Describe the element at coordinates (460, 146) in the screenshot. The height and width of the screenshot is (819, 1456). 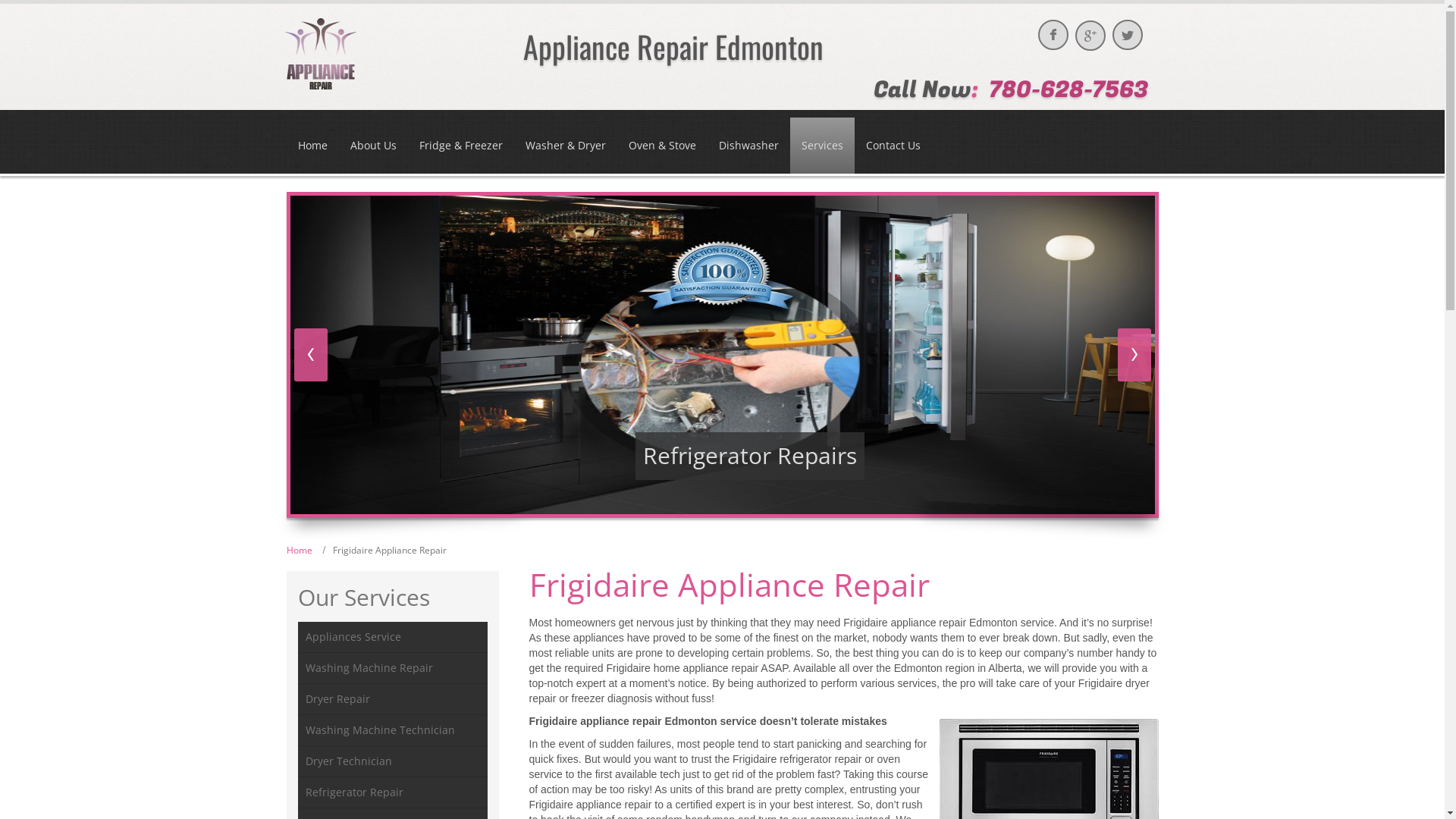
I see `'Fridge & Freezer'` at that location.